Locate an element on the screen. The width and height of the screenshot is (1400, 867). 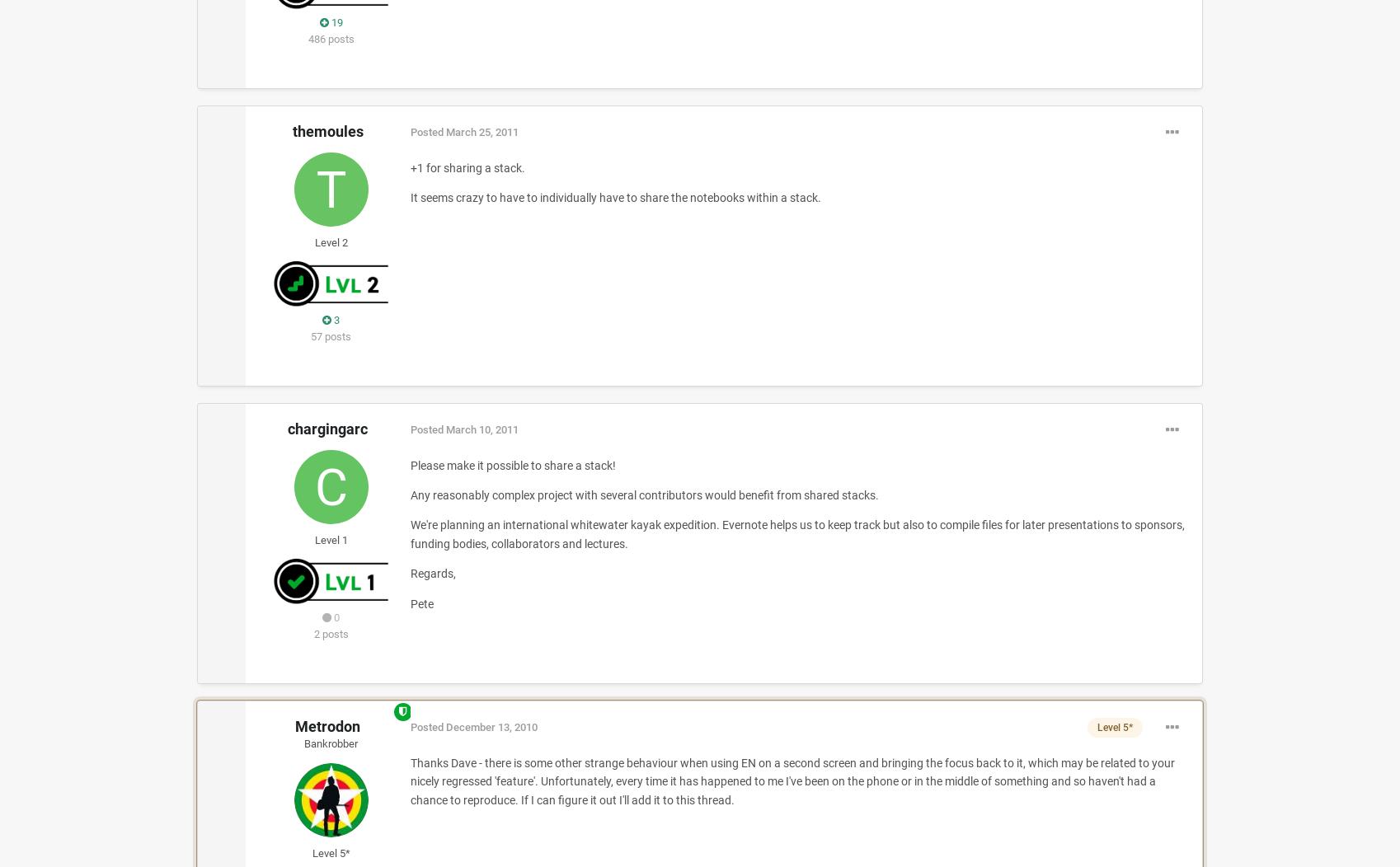
'Any reasonably complex project with several contributors would benefit from shared stacks.' is located at coordinates (409, 494).